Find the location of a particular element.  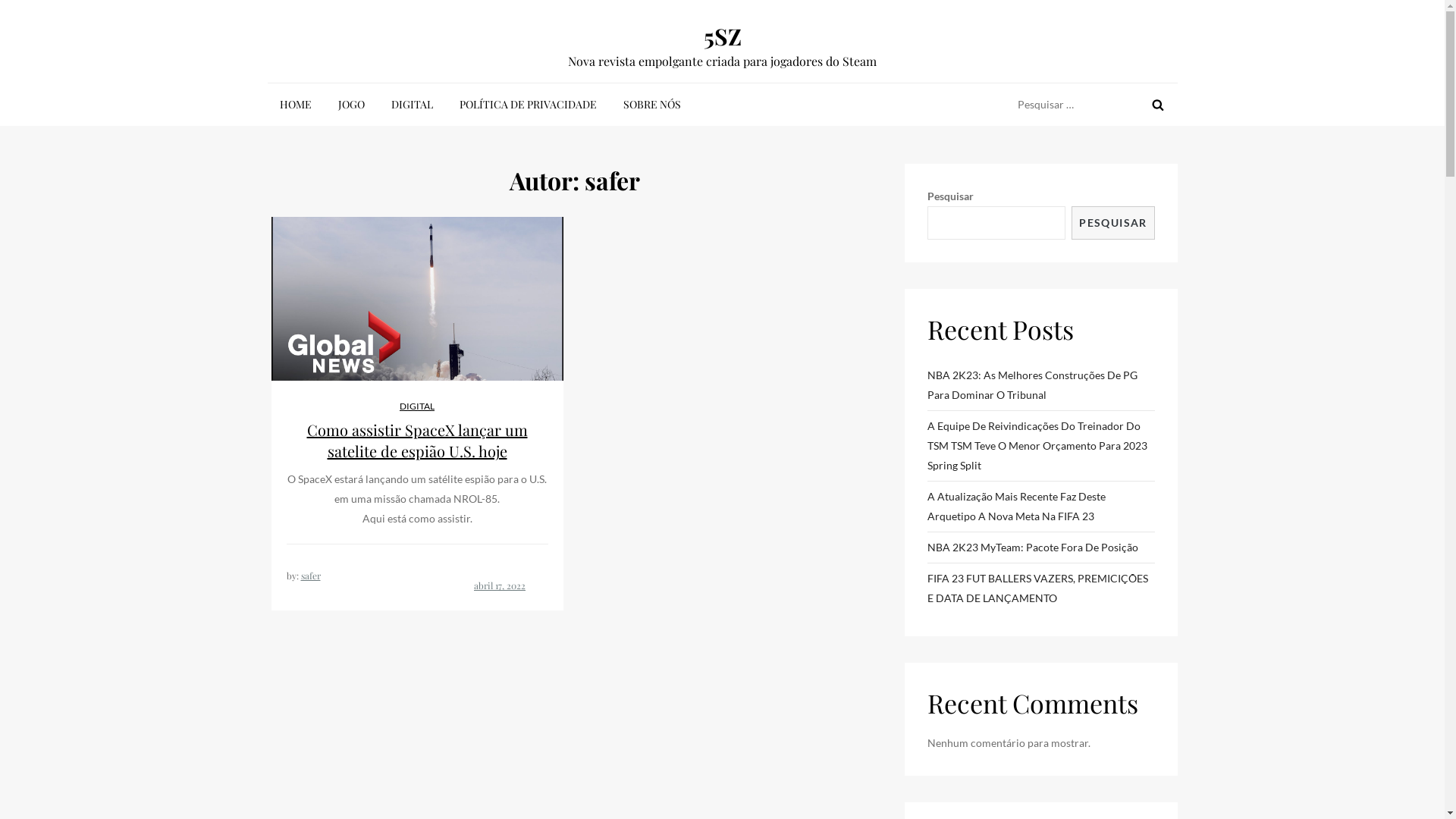

'abril 17, 2022' is located at coordinates (499, 584).